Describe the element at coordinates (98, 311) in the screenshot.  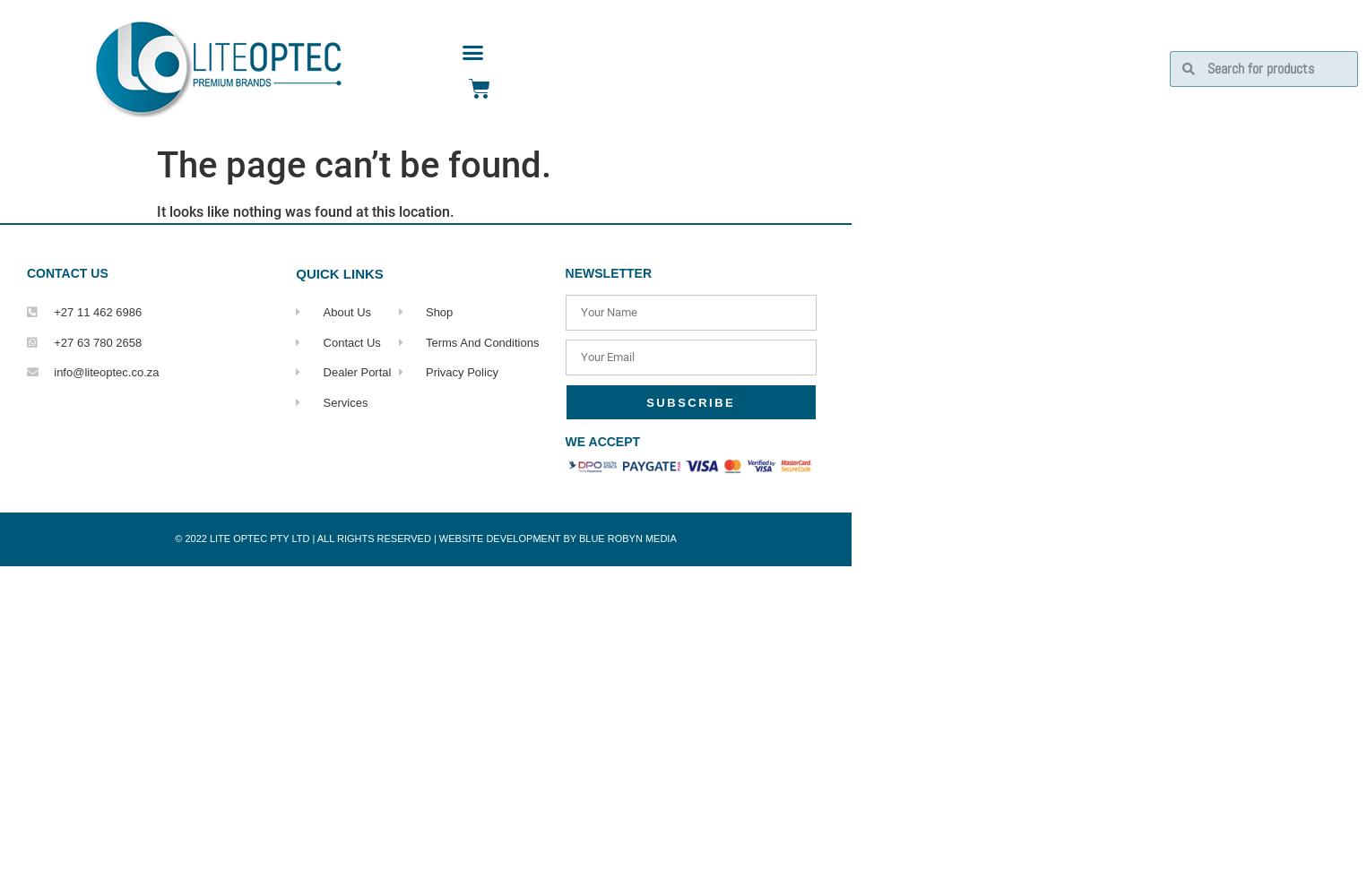
I see `'+27 11 462 6986'` at that location.